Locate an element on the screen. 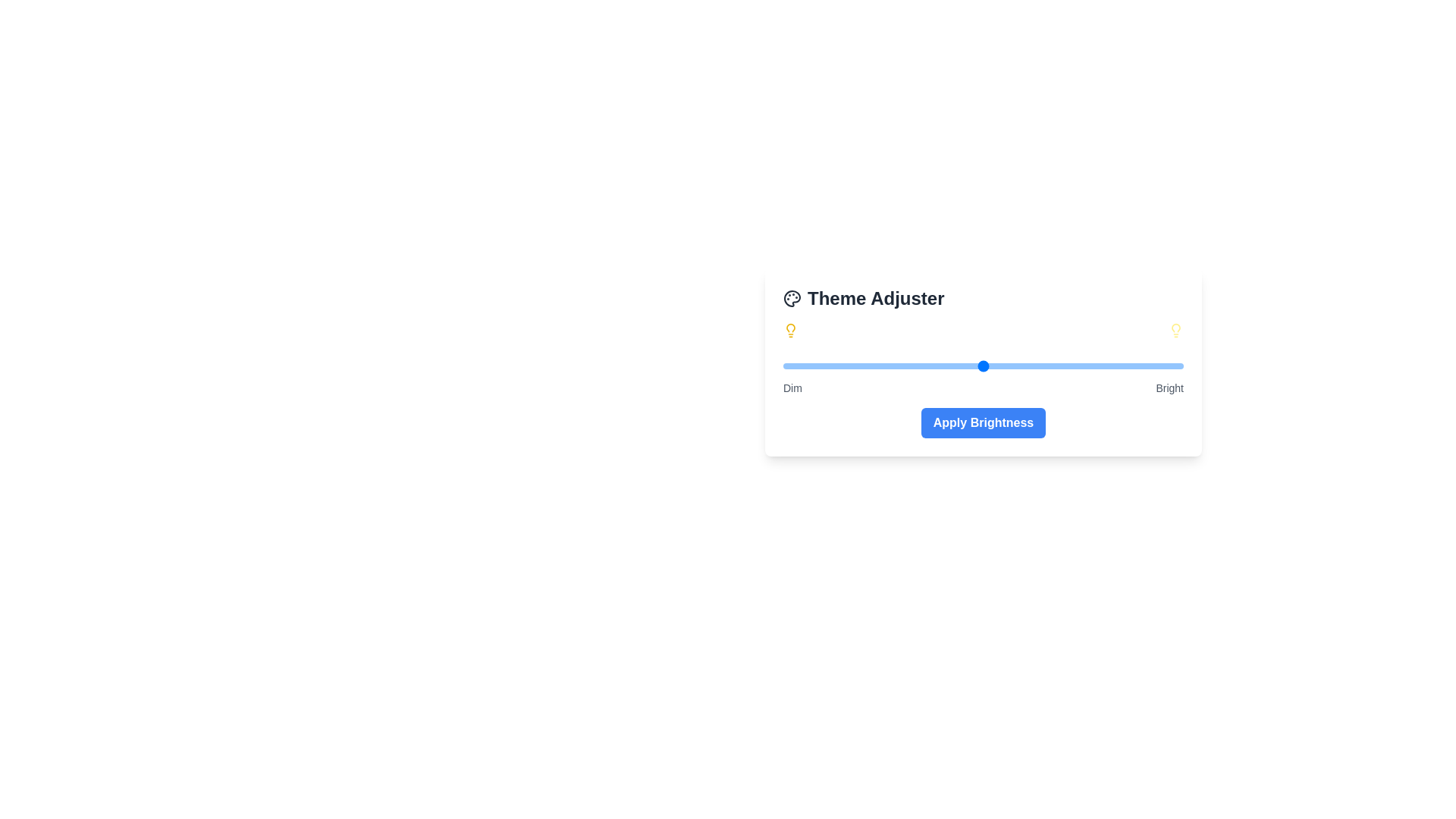  the brightness slider to 11% is located at coordinates (827, 366).